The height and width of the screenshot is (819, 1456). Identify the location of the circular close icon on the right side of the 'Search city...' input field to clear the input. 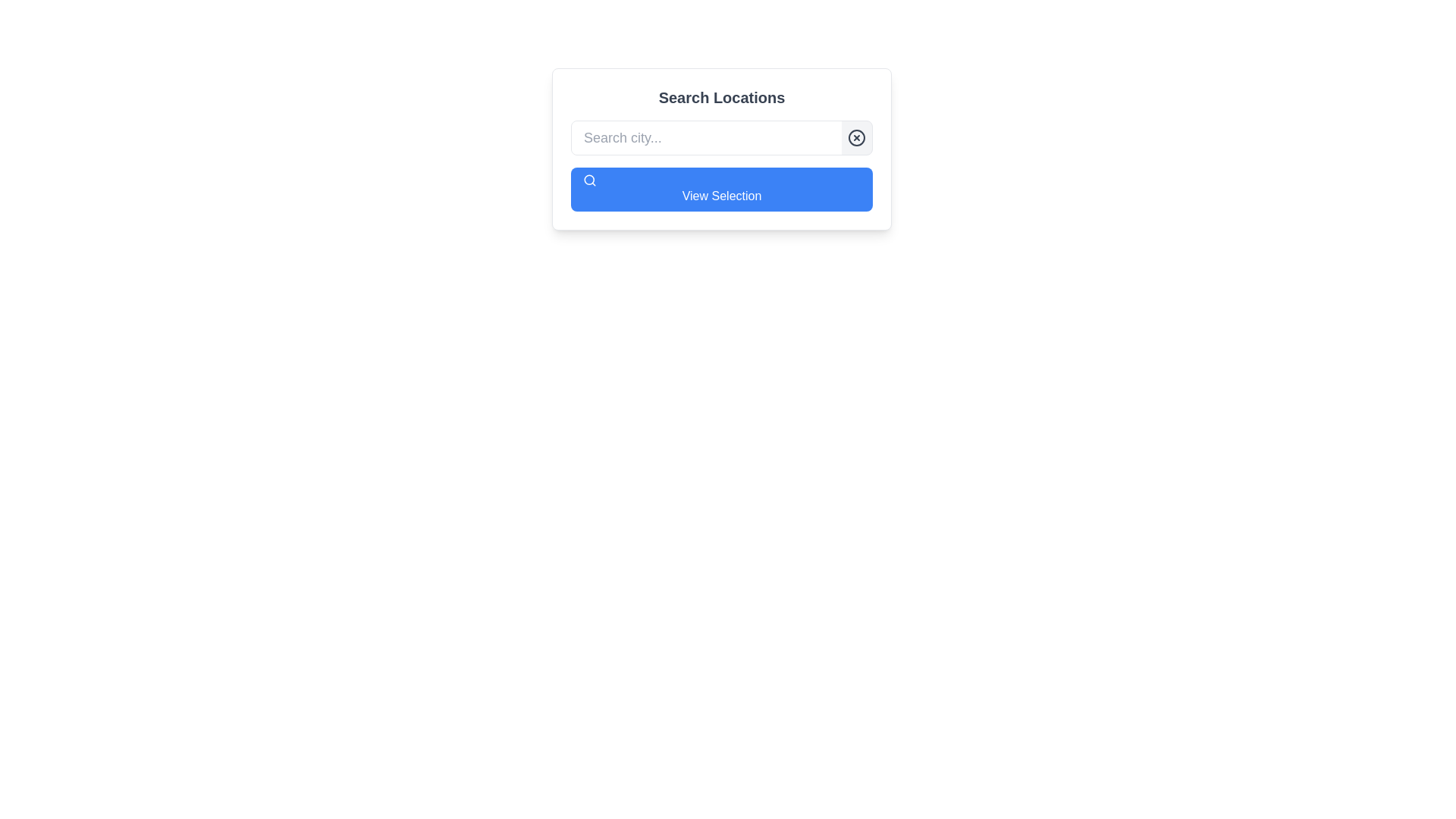
(856, 137).